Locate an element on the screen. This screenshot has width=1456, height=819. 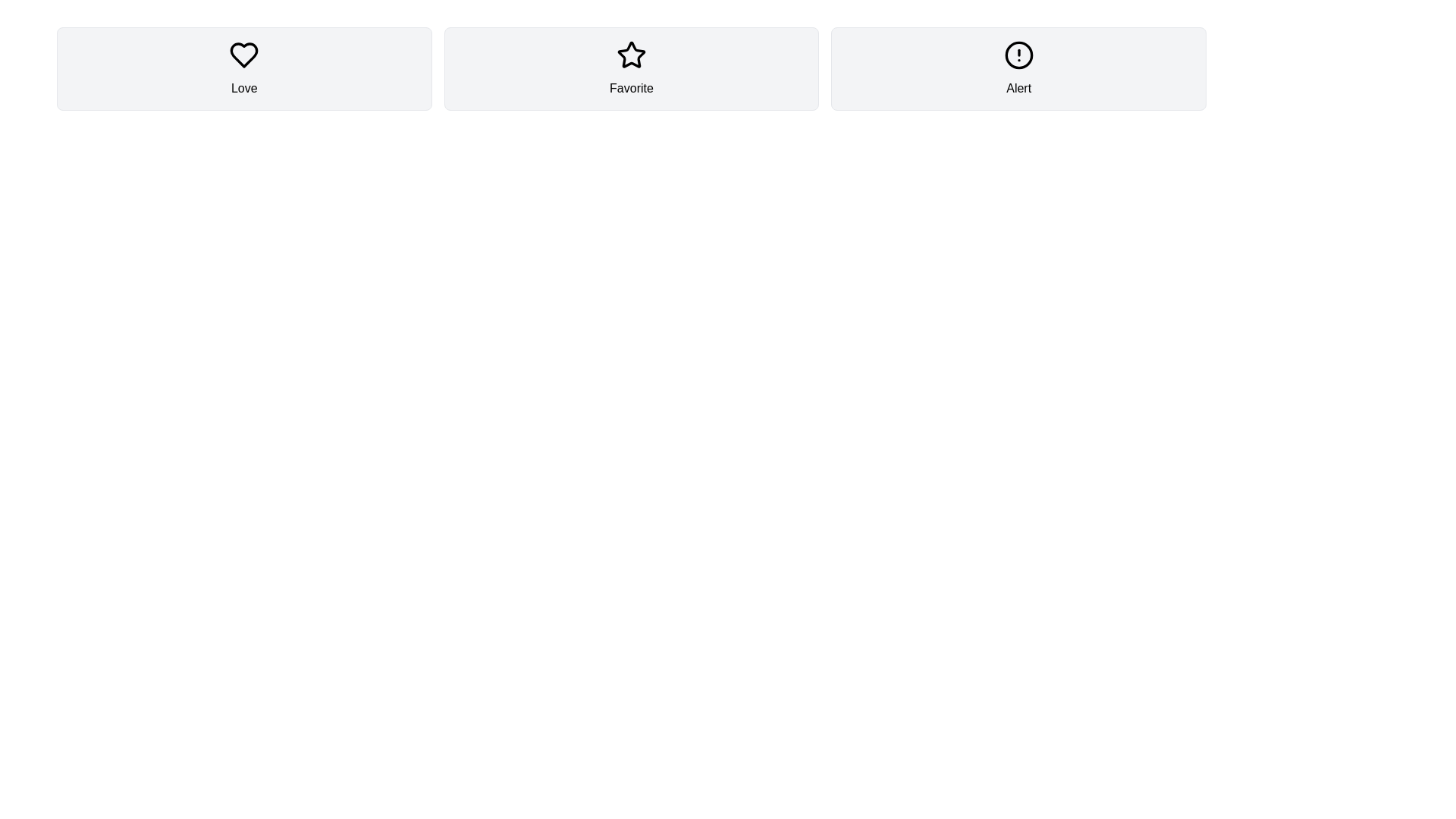
the circular shape element with a black border and white interior, which is centrally positioned within a larger alert icon is located at coordinates (1018, 55).